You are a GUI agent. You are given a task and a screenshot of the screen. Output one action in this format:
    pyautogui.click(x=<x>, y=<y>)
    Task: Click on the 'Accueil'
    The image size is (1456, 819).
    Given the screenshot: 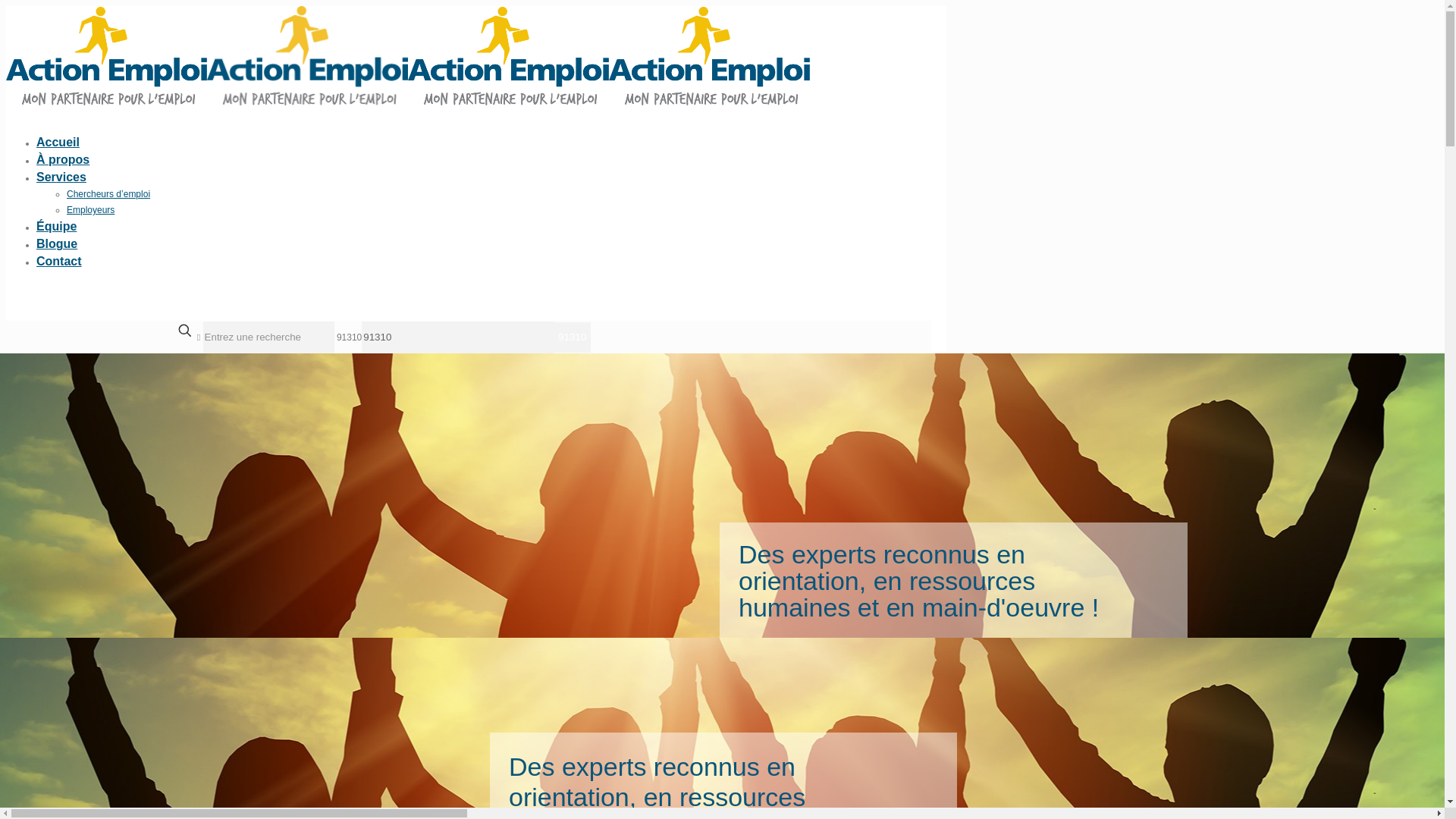 What is the action you would take?
    pyautogui.click(x=36, y=142)
    